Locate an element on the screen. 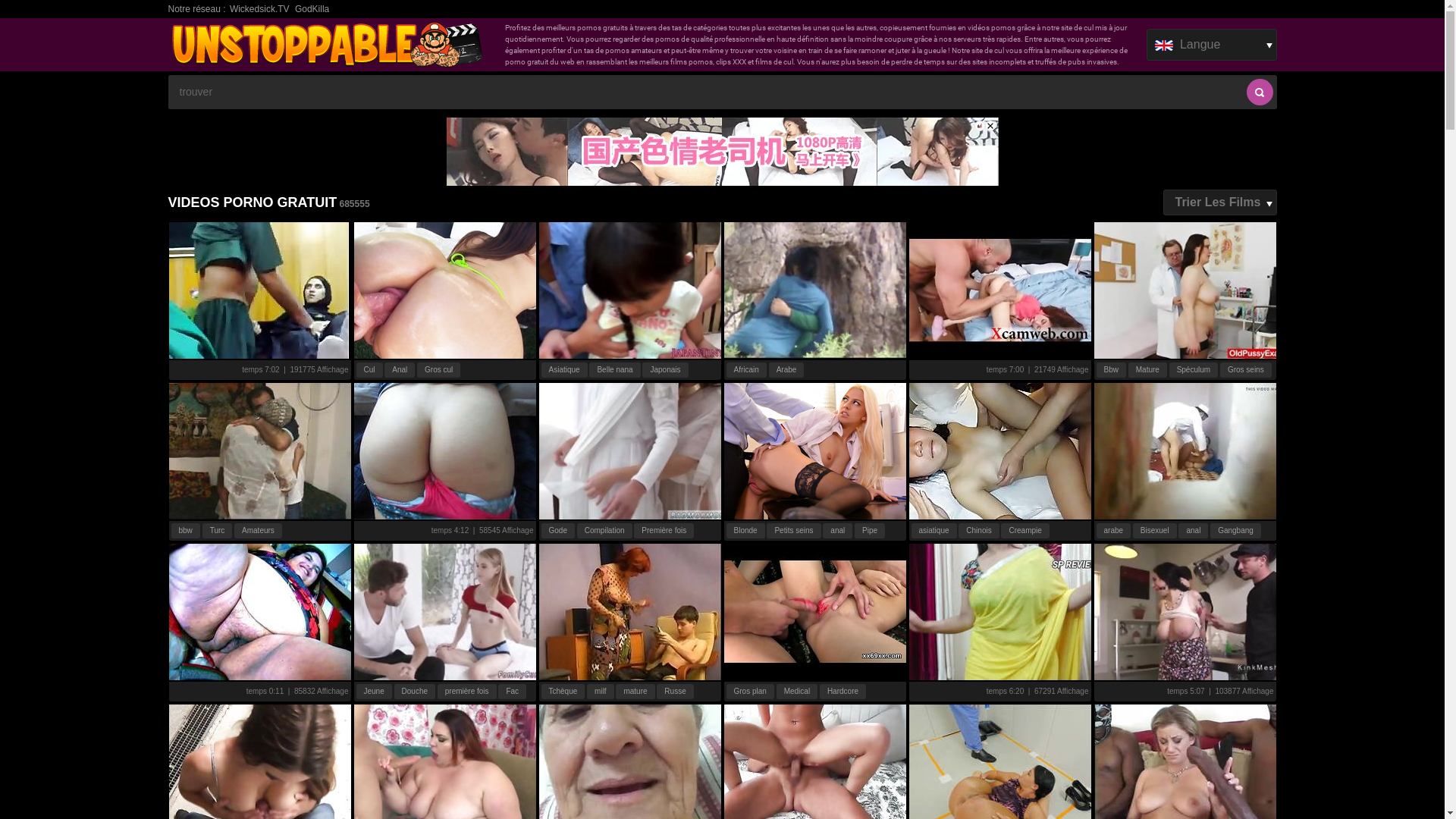 Image resolution: width=1456 pixels, height=819 pixels. 'Mature' is located at coordinates (1147, 370).